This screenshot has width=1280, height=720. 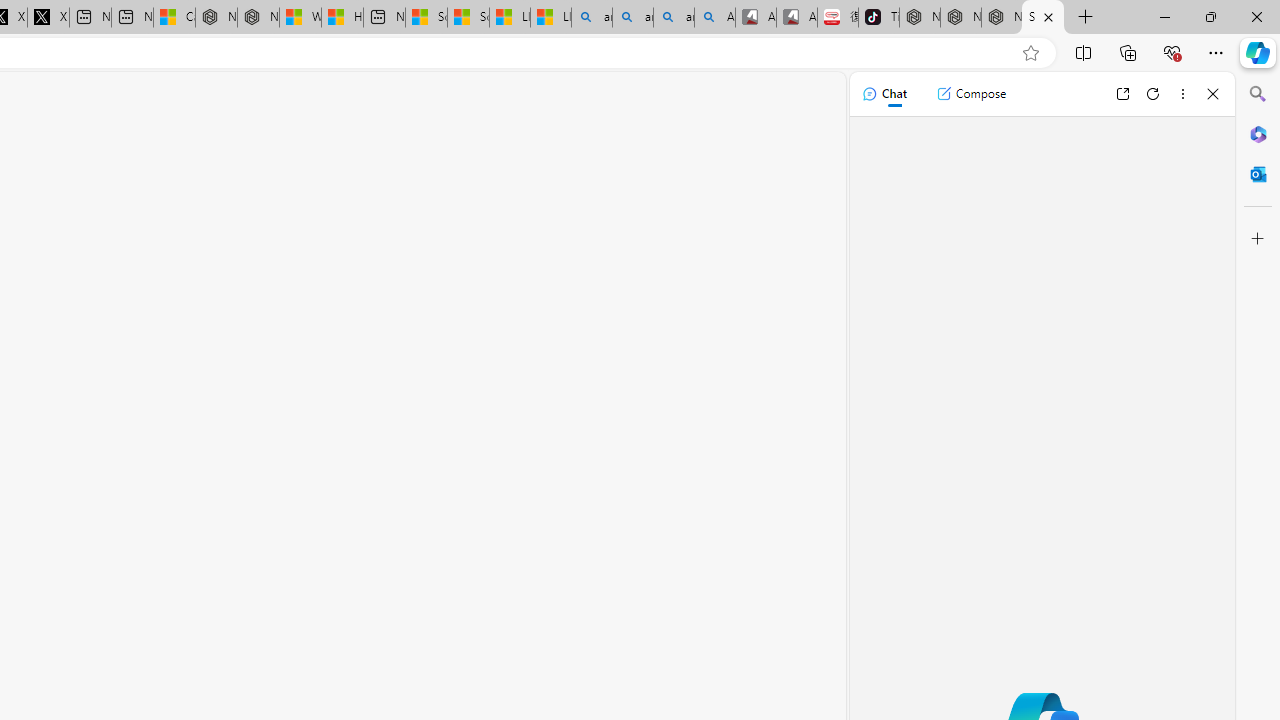 What do you see at coordinates (918, 17) in the screenshot?
I see `'Nordace - Best Sellers'` at bounding box center [918, 17].